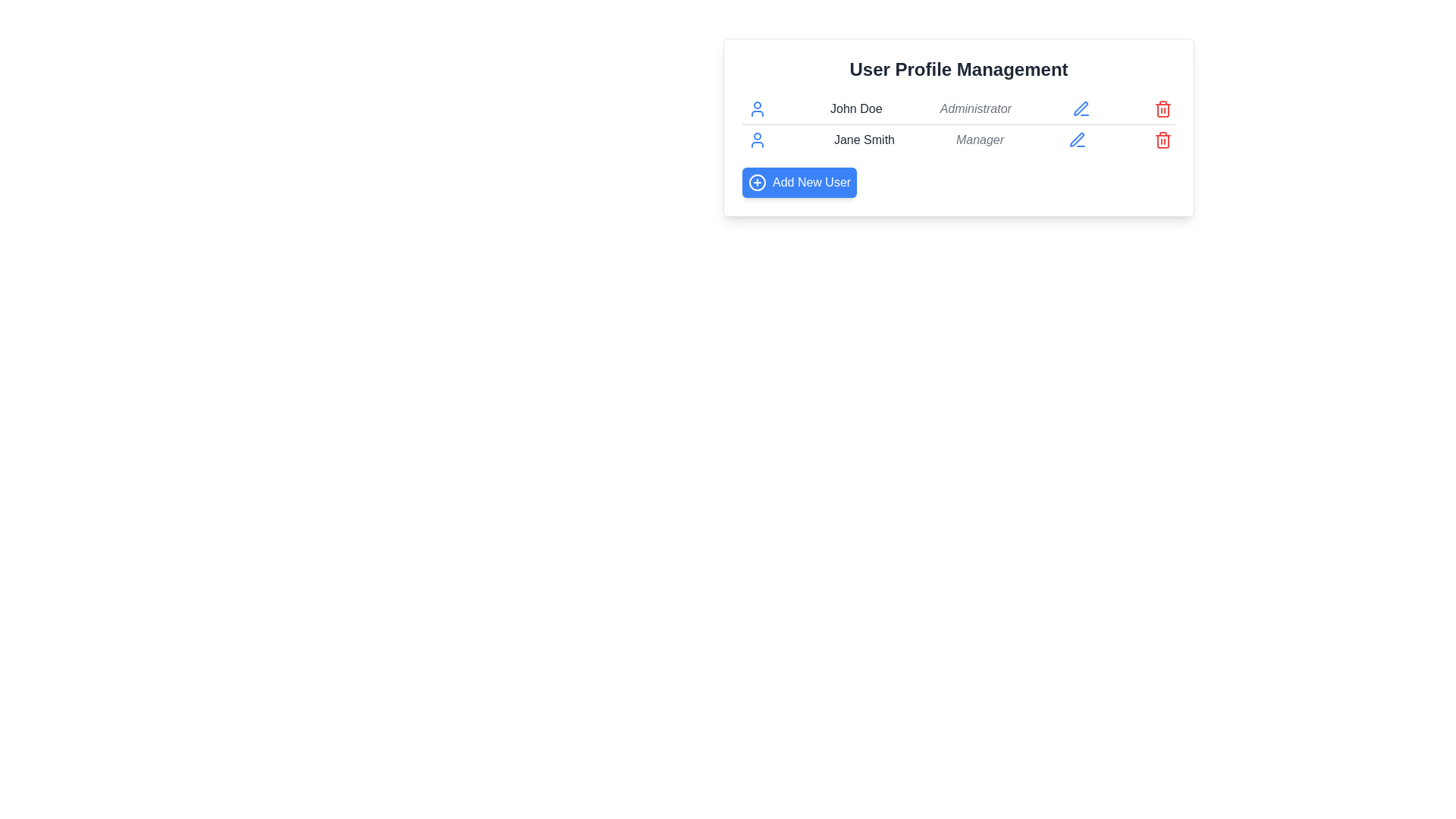 This screenshot has width=1456, height=819. What do you see at coordinates (1163, 108) in the screenshot?
I see `the red trash icon button located at the far right of the row containing the user 'John Doe' with the role 'Administrator'` at bounding box center [1163, 108].